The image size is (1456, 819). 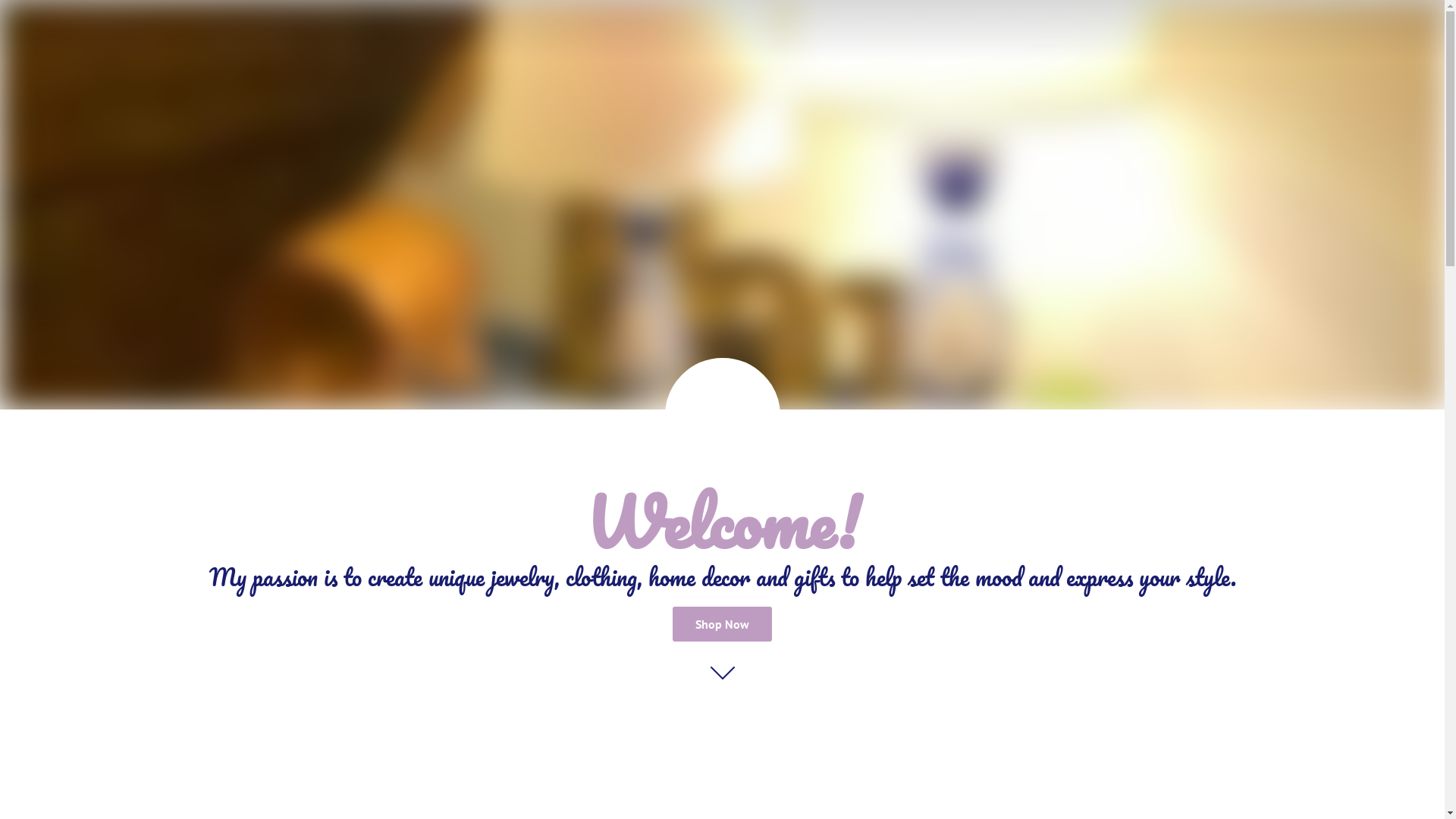 I want to click on 'Shop Now', so click(x=672, y=623).